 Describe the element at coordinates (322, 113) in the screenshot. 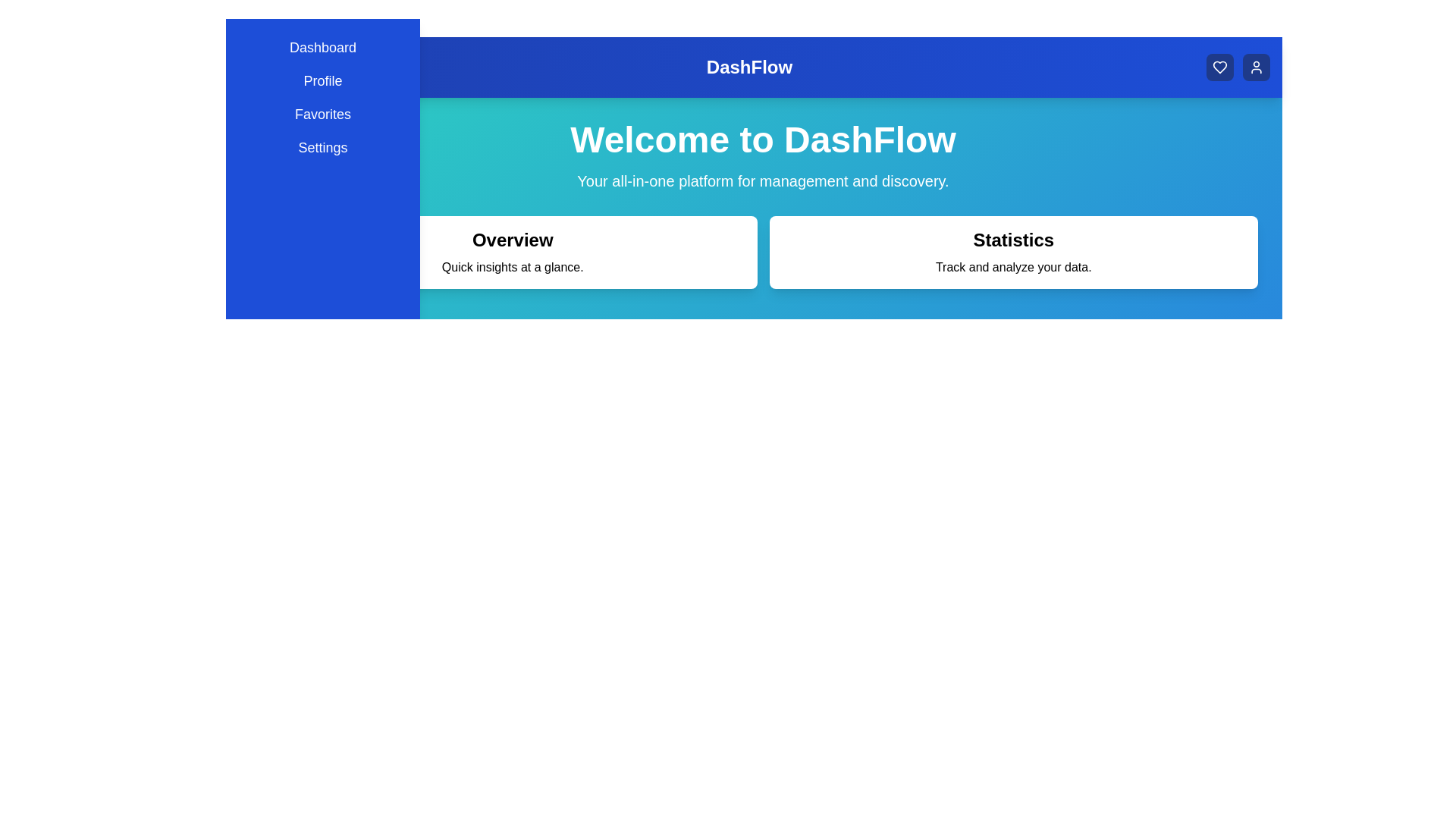

I see `the menu item Favorites to navigate to its respective section` at that location.